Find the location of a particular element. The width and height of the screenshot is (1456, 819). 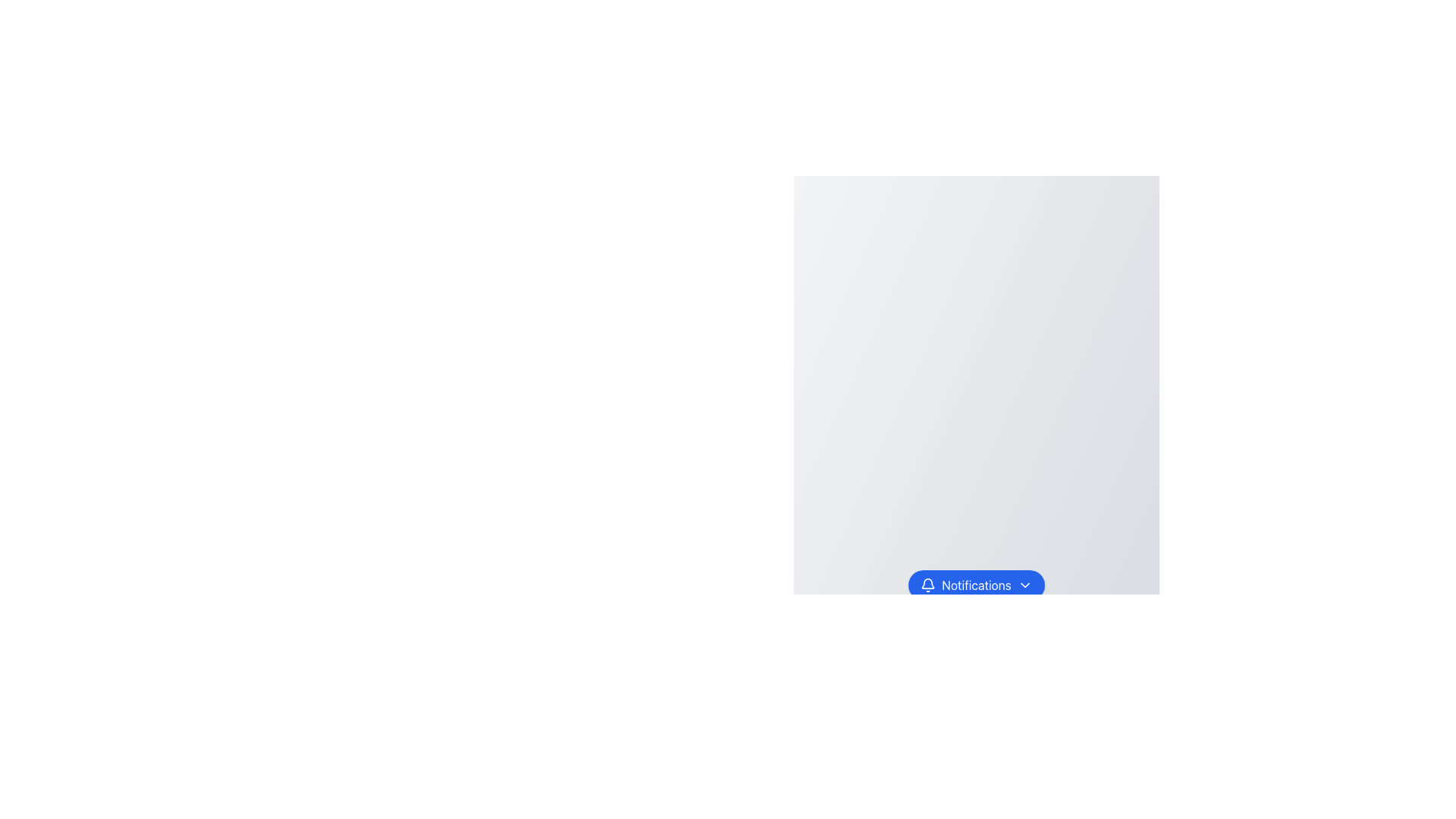

the button located at the bottom center of the interface is located at coordinates (975, 584).